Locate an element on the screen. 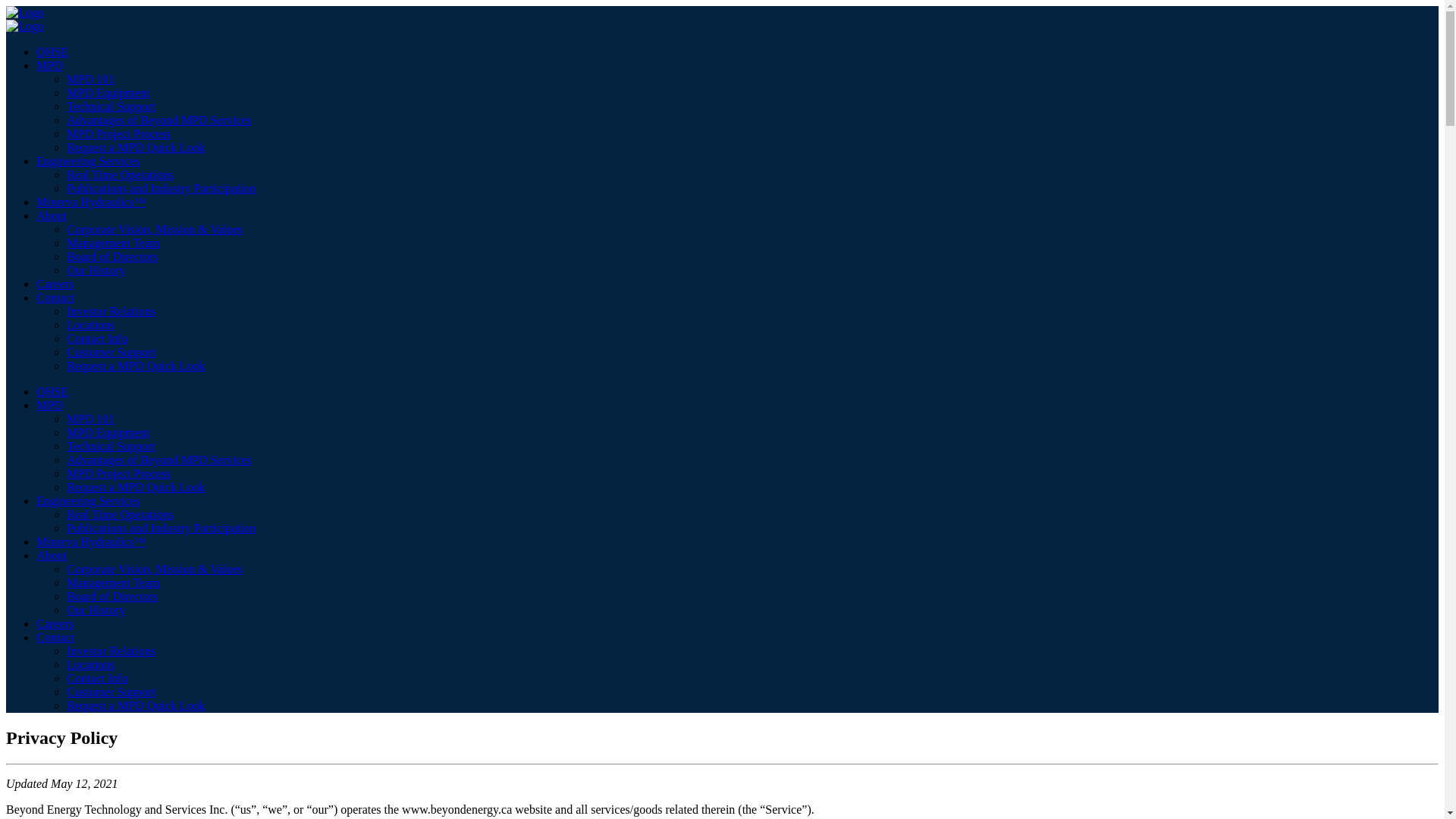  'Contact Info' is located at coordinates (96, 337).